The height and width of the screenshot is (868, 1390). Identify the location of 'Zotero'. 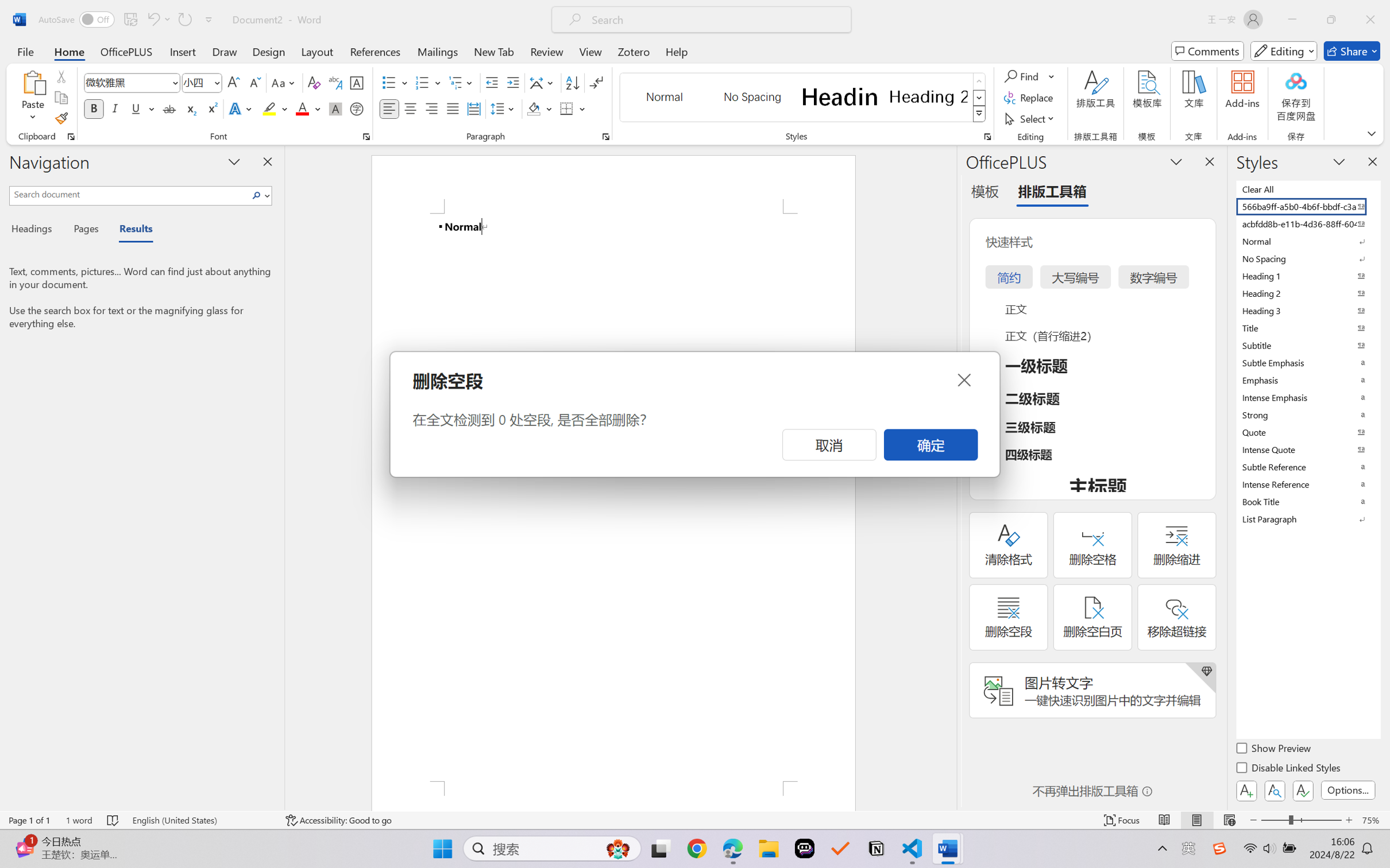
(633, 51).